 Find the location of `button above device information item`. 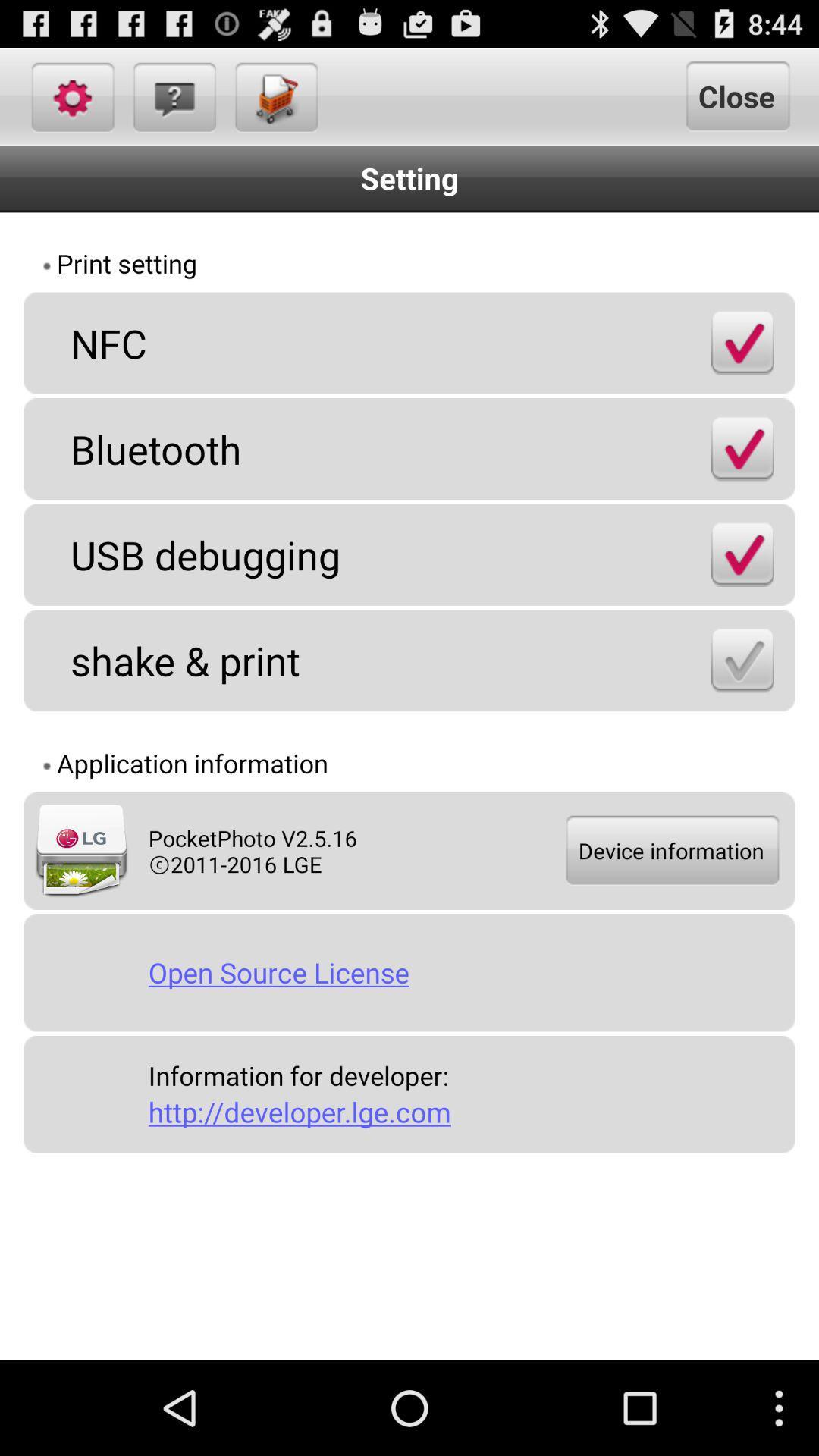

button above device information item is located at coordinates (742, 660).